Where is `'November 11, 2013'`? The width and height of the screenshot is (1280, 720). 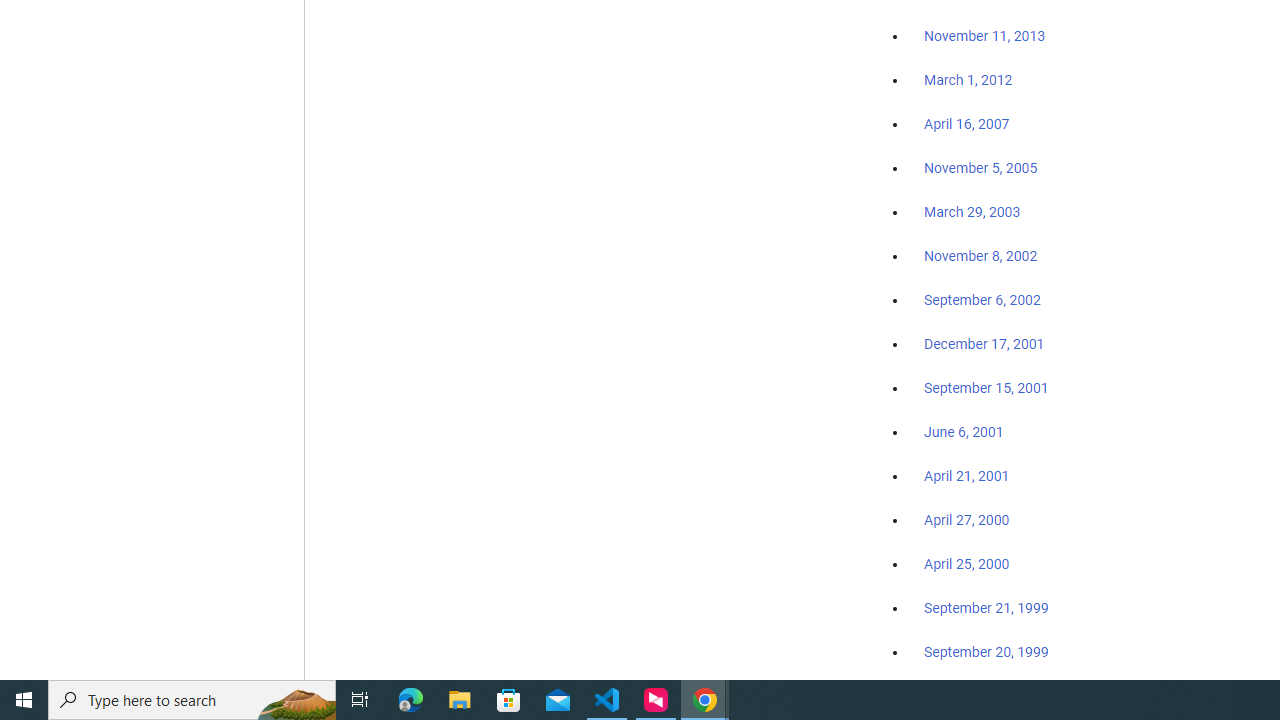
'November 11, 2013' is located at coordinates (984, 37).